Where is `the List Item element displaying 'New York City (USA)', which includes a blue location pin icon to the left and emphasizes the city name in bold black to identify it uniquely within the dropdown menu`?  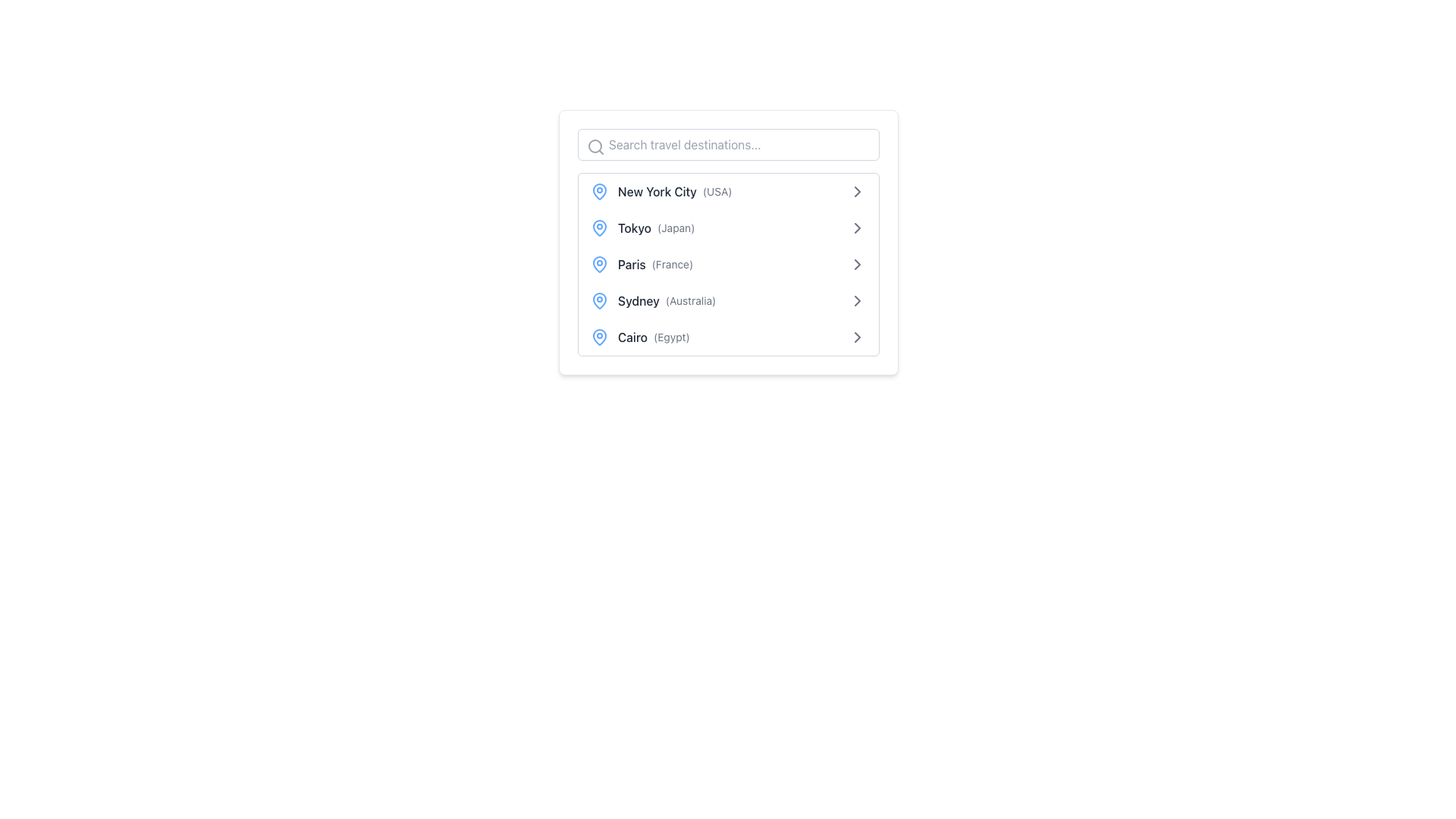
the List Item element displaying 'New York City (USA)', which includes a blue location pin icon to the left and emphasizes the city name in bold black to identify it uniquely within the dropdown menu is located at coordinates (661, 191).